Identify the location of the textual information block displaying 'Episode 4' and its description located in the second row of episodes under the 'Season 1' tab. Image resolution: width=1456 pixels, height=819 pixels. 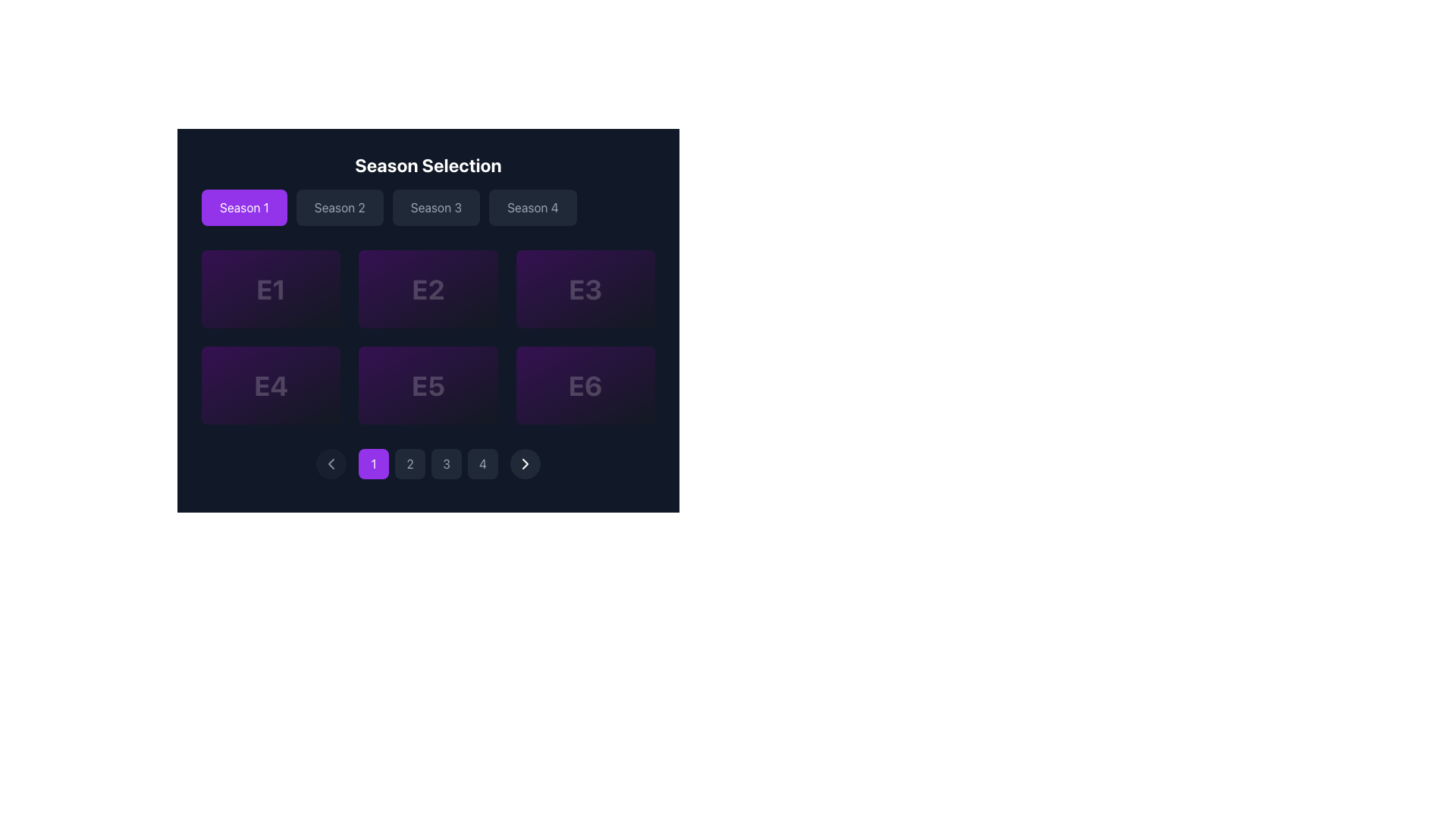
(271, 393).